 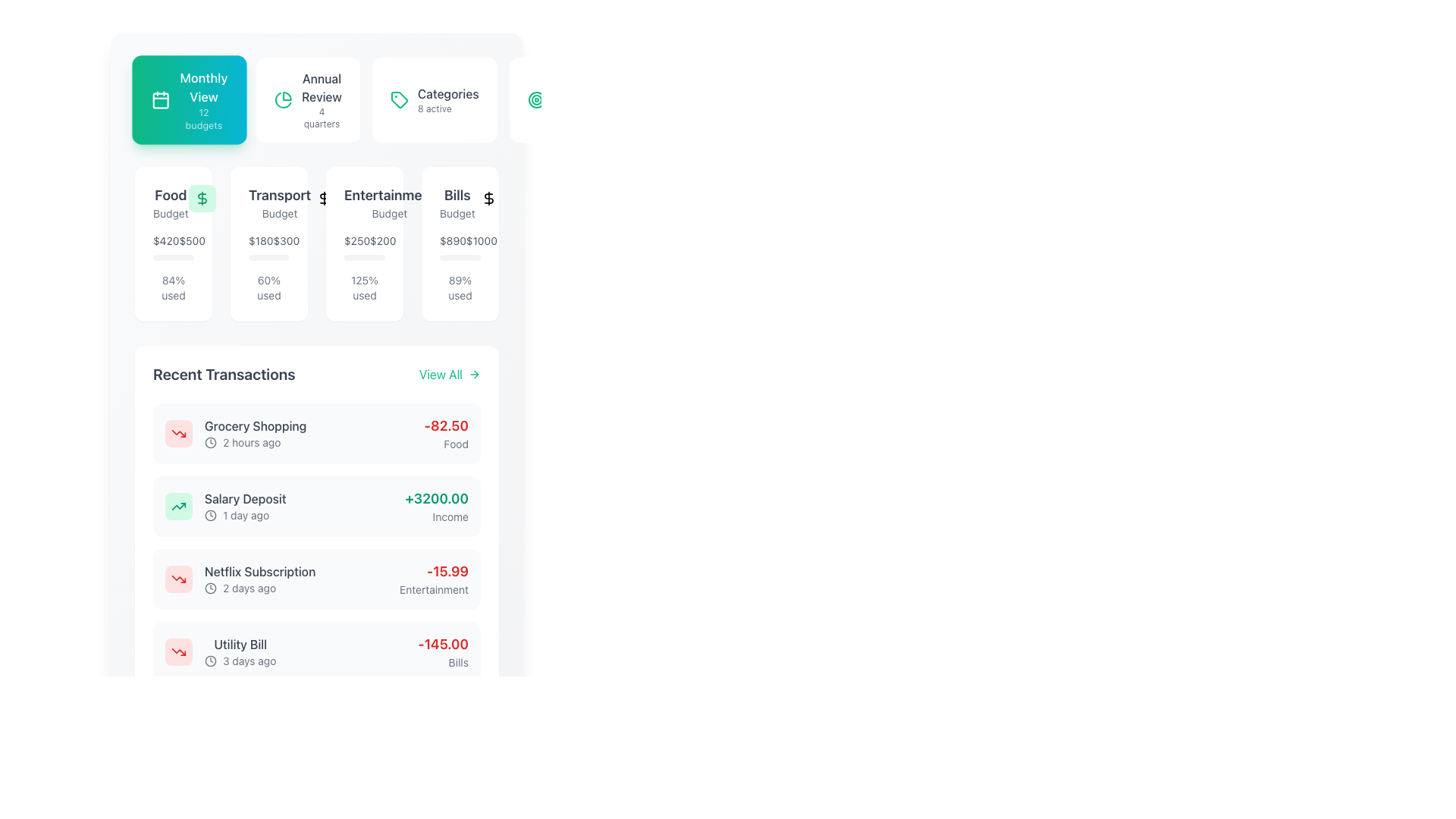 I want to click on the static text label displaying '1 day ago' with the gray clock icon, located below 'Salary Deposit' in the 'Recent Transactions' section, so click(x=245, y=514).